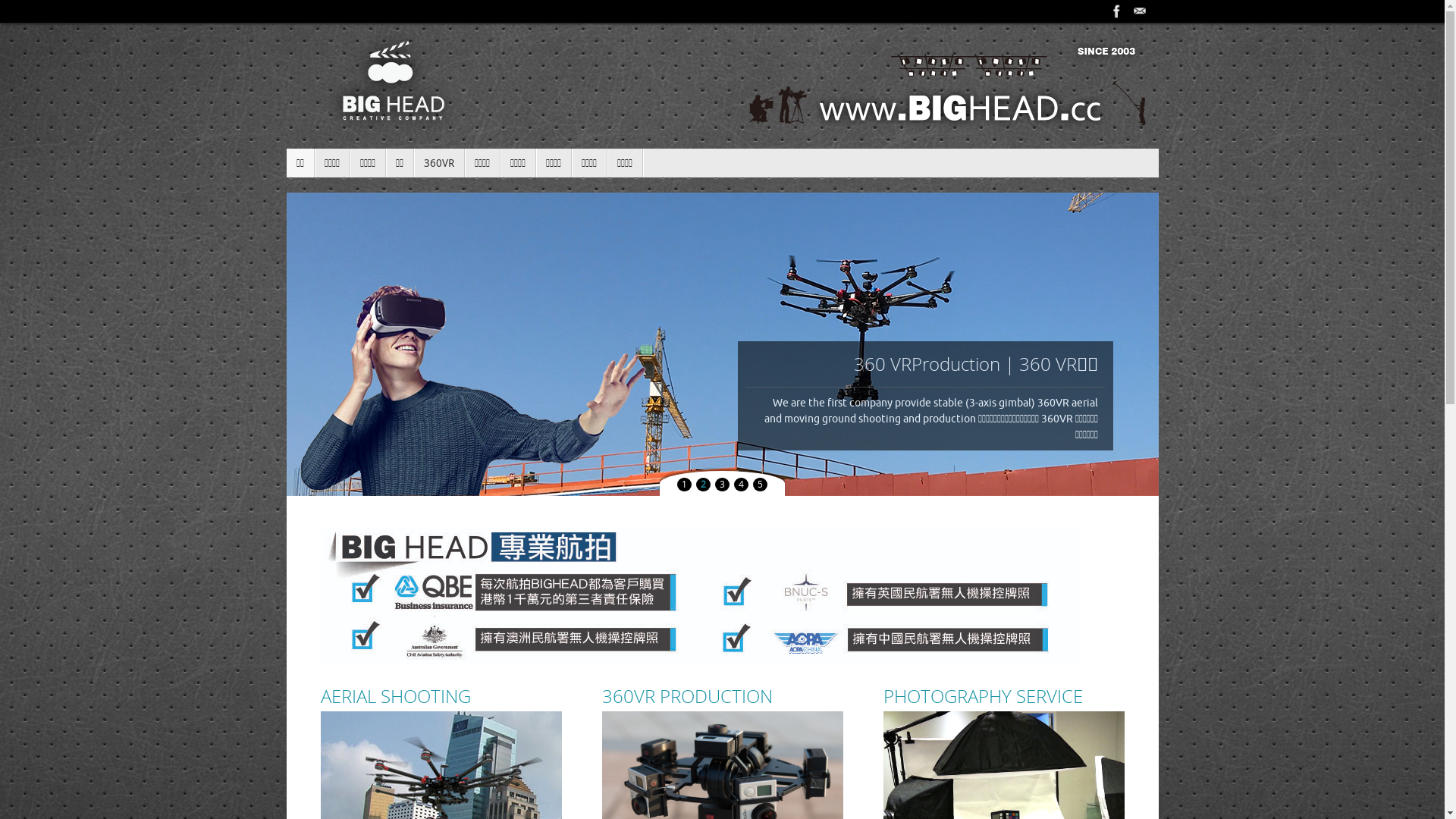 This screenshot has width=1456, height=819. Describe the element at coordinates (753, 485) in the screenshot. I see `'5'` at that location.